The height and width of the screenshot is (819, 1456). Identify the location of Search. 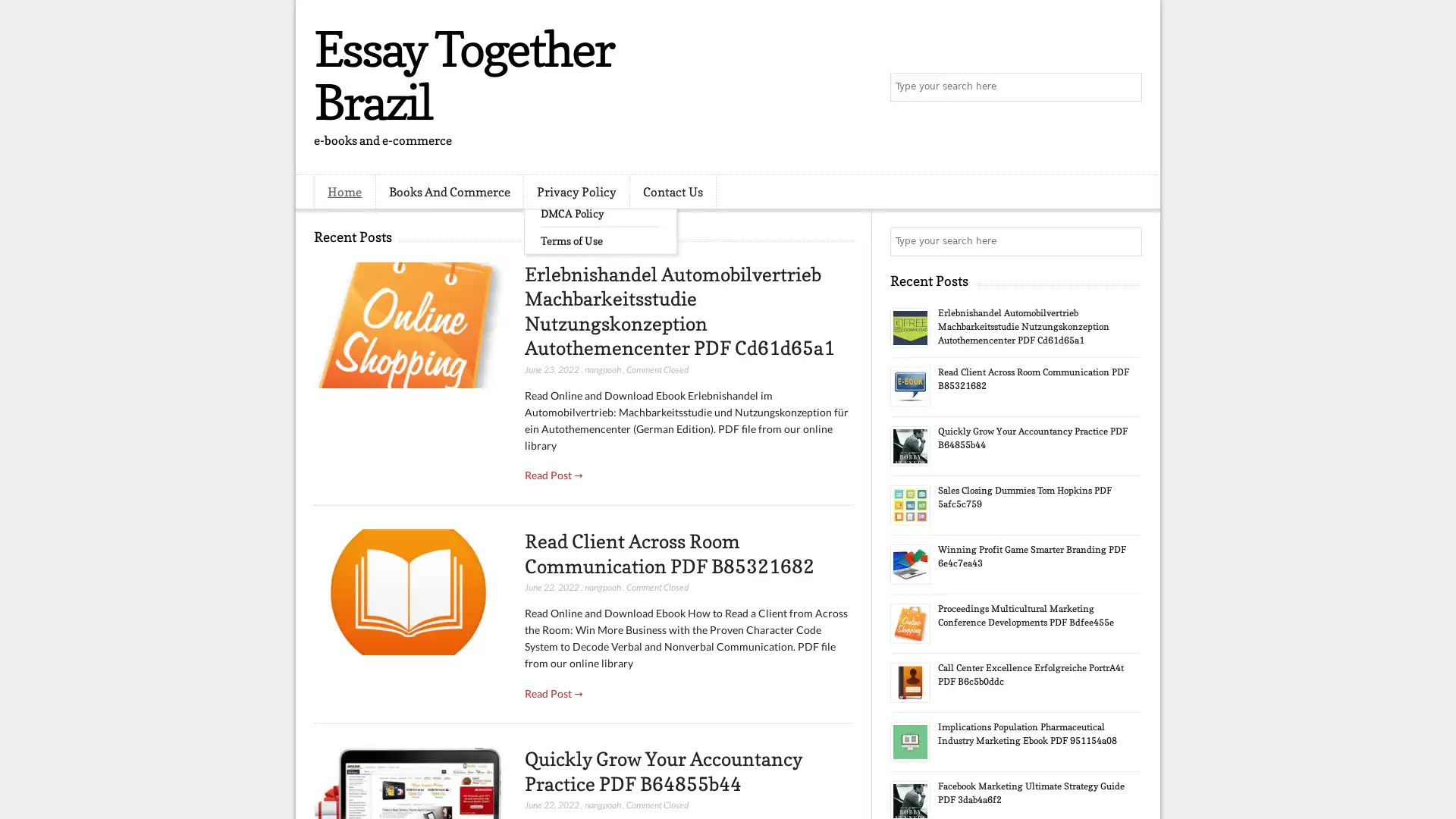
(1126, 87).